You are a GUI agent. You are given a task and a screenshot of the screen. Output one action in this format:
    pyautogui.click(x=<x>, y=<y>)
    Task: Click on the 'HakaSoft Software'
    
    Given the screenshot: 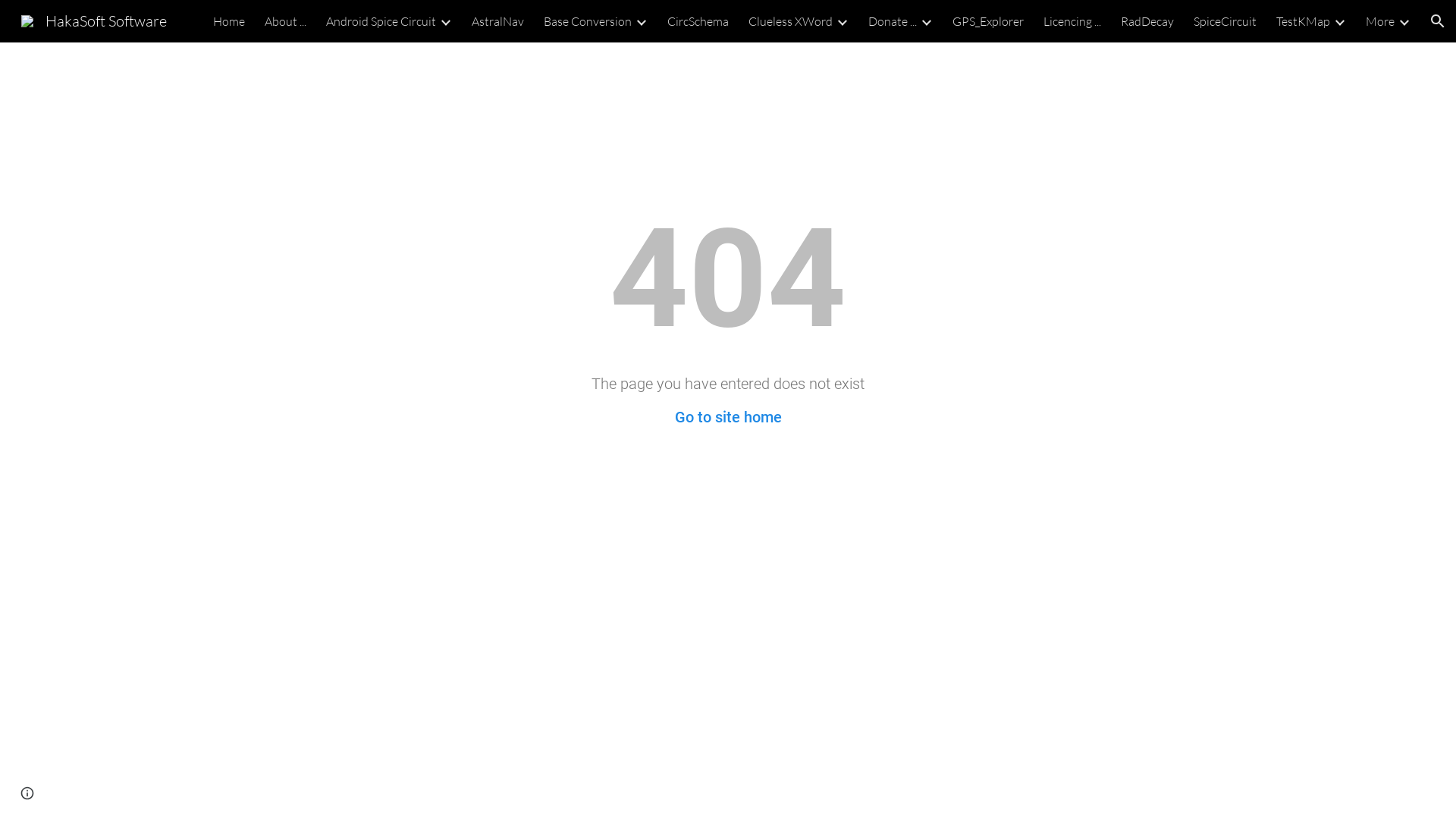 What is the action you would take?
    pyautogui.click(x=93, y=19)
    